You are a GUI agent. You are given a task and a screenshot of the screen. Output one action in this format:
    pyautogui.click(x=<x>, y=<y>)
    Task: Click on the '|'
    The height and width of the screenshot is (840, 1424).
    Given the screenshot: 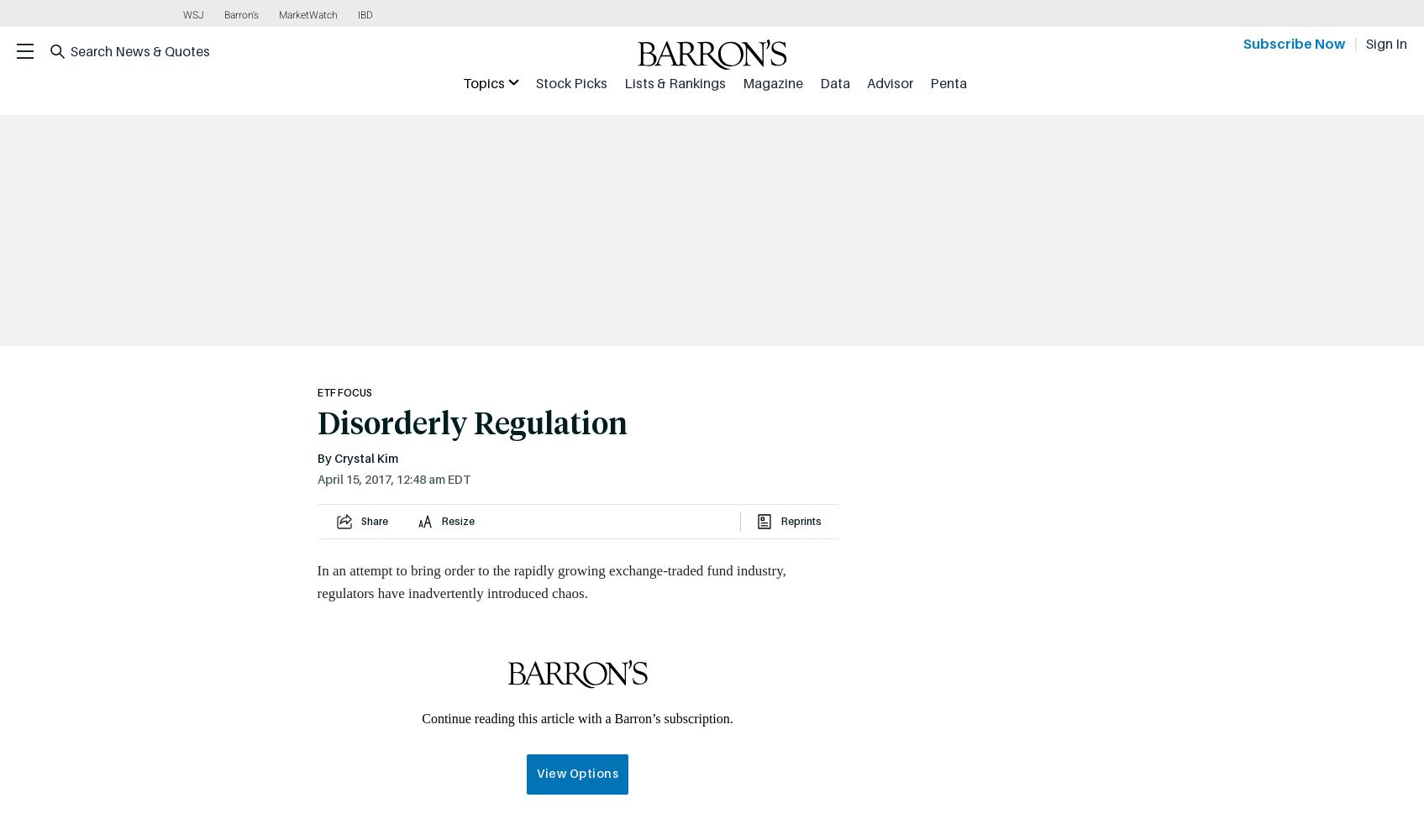 What is the action you would take?
    pyautogui.click(x=1355, y=44)
    